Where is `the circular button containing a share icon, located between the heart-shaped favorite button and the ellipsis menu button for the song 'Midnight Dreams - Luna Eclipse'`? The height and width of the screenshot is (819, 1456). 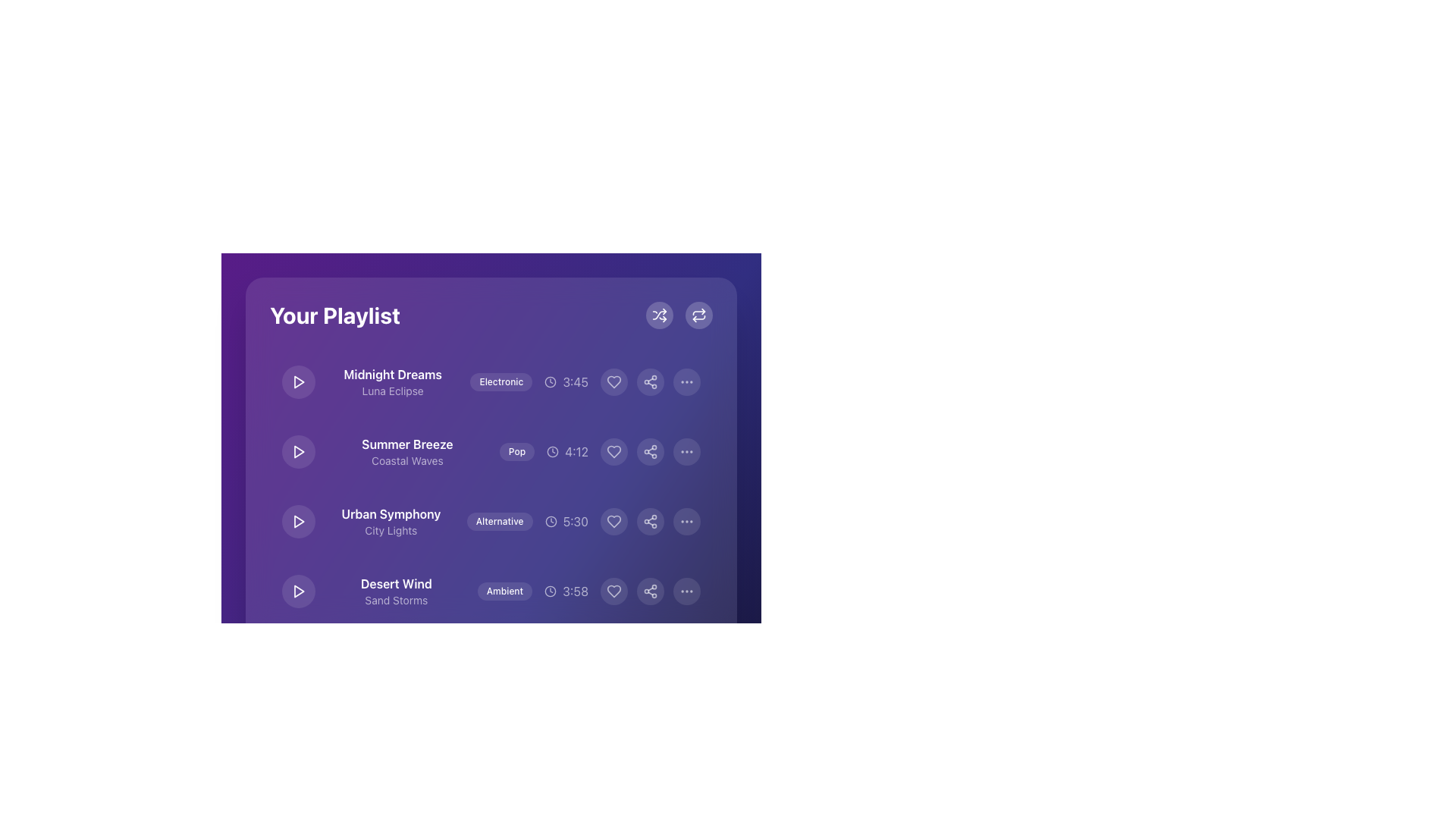
the circular button containing a share icon, located between the heart-shaped favorite button and the ellipsis menu button for the song 'Midnight Dreams - Luna Eclipse' is located at coordinates (651, 381).